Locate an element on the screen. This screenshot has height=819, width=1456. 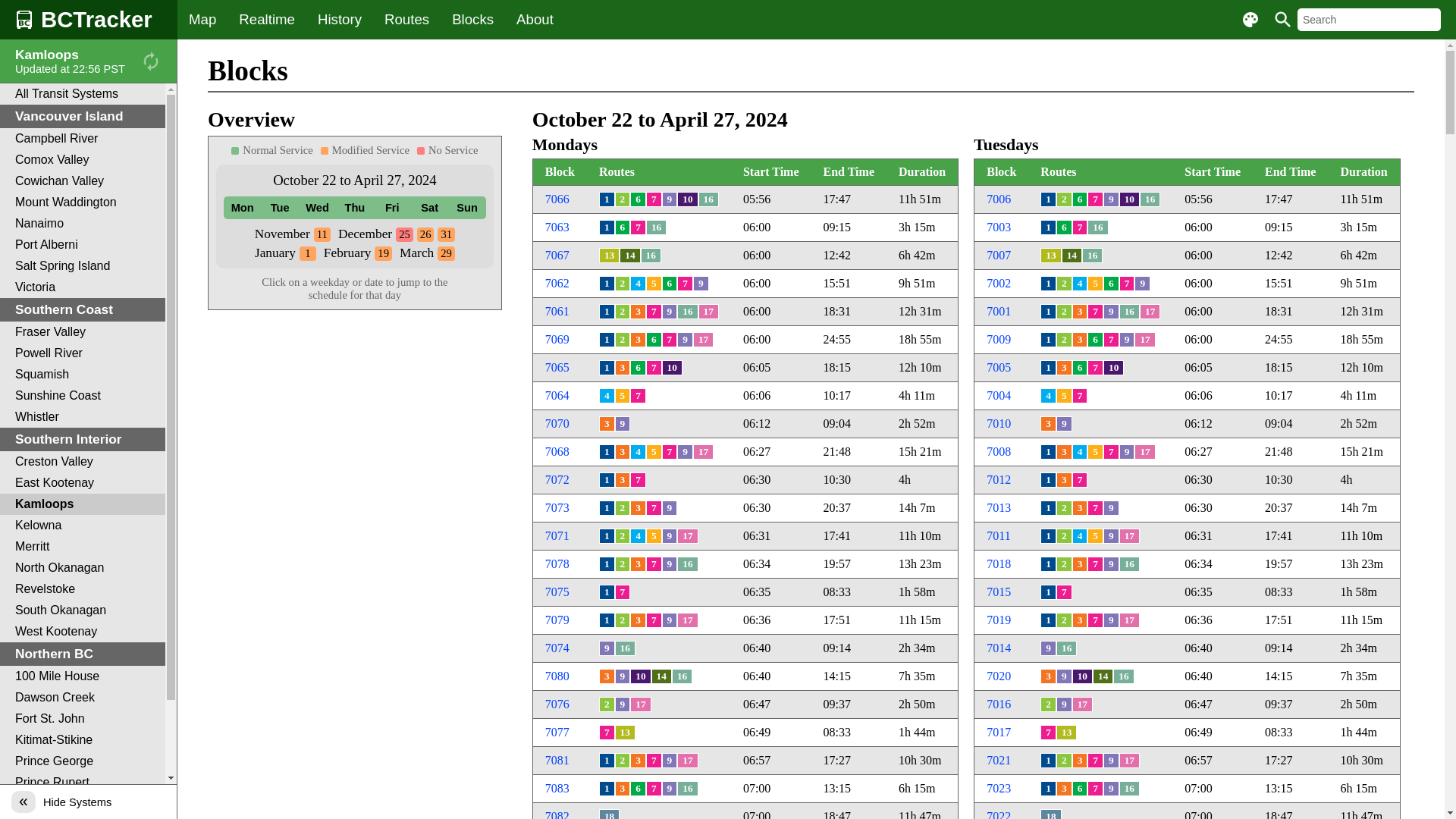
'7' is located at coordinates (1095, 368).